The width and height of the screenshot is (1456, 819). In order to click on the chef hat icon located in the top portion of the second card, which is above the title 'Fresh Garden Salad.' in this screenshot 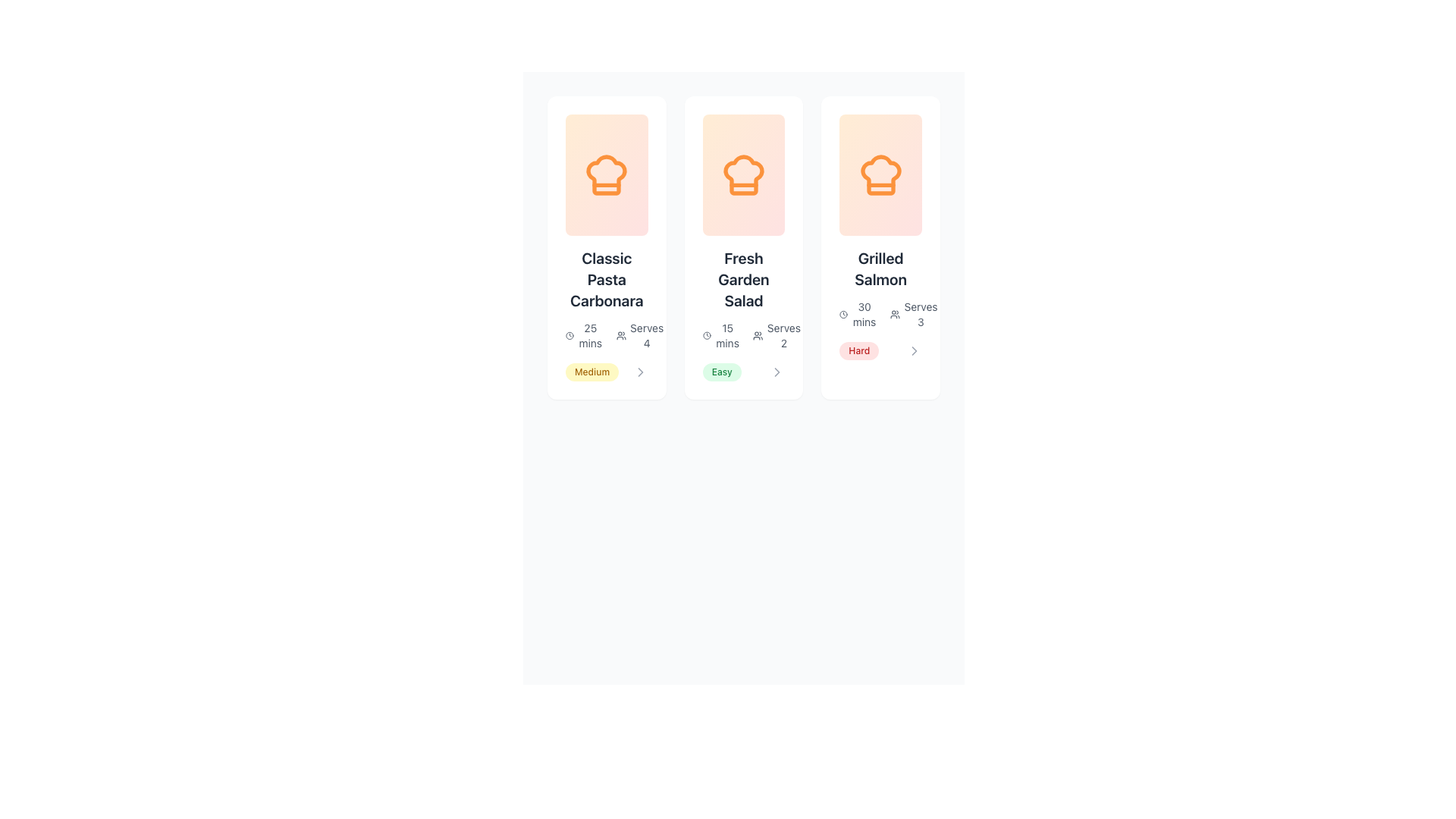, I will do `click(743, 174)`.